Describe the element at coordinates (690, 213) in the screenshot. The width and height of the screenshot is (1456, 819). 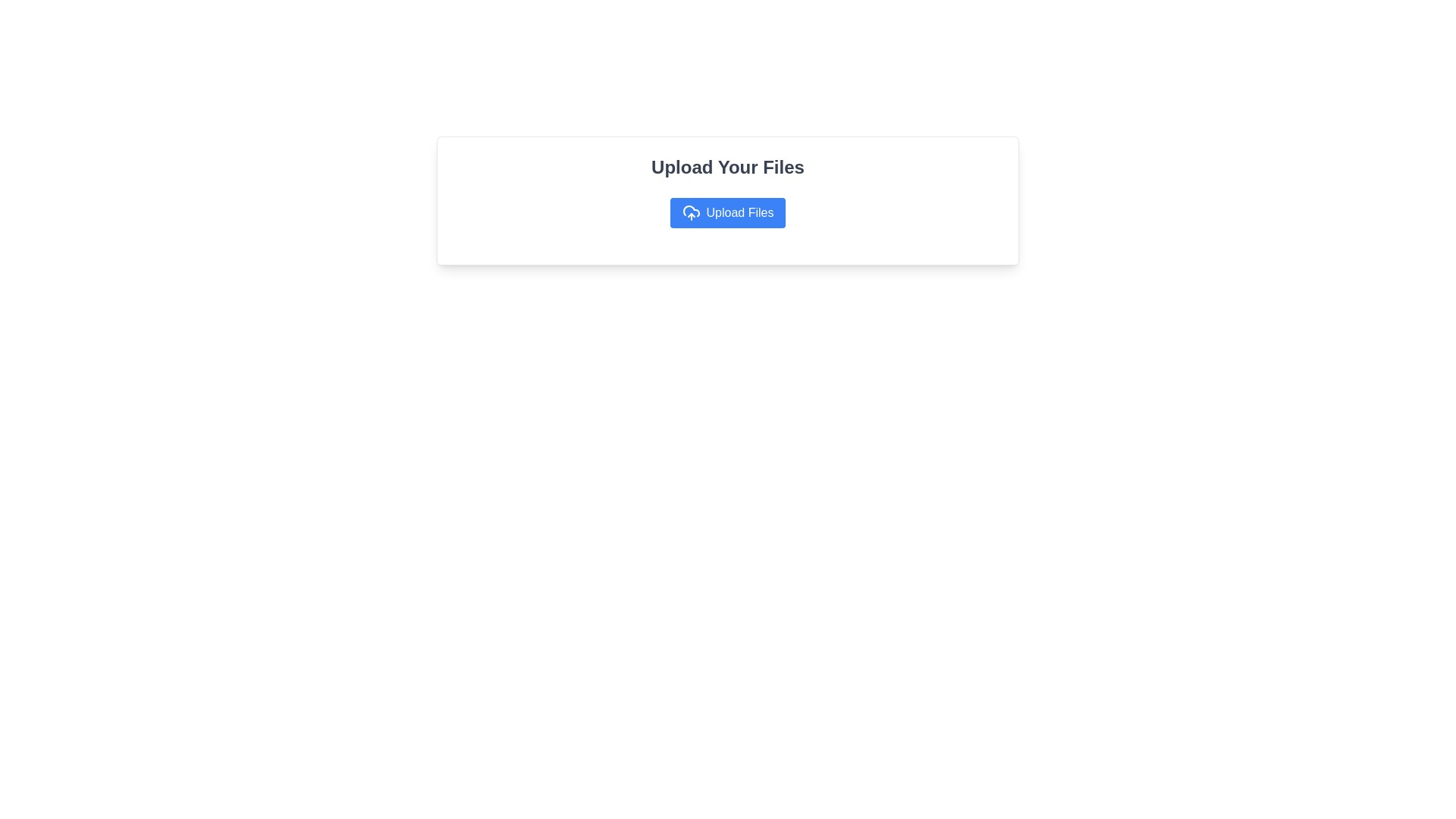
I see `the cloud upload icon that is part of the 'Upload Files' button, located to the left of the text on a blue background` at that location.